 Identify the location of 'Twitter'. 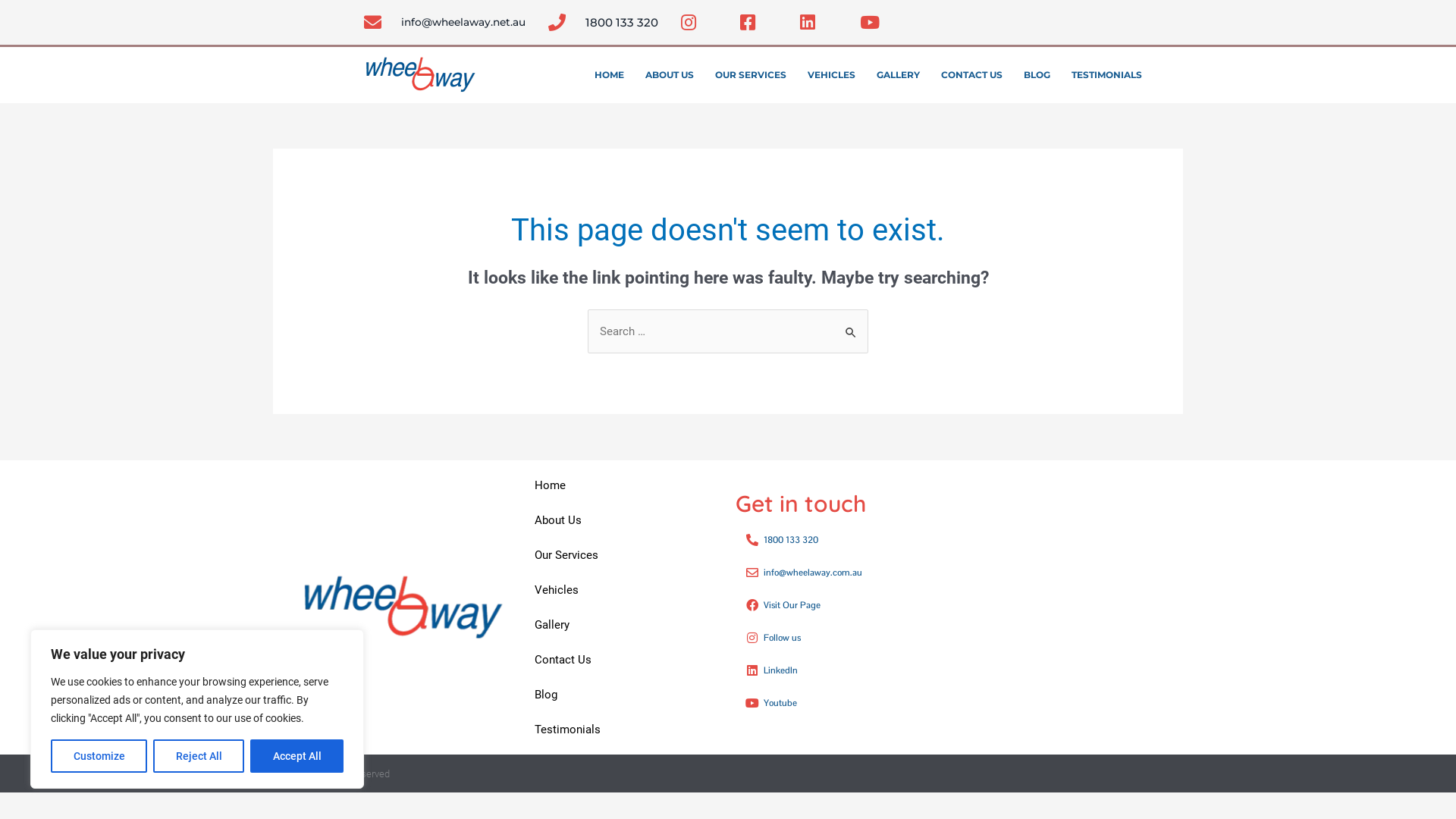
(1078, 18).